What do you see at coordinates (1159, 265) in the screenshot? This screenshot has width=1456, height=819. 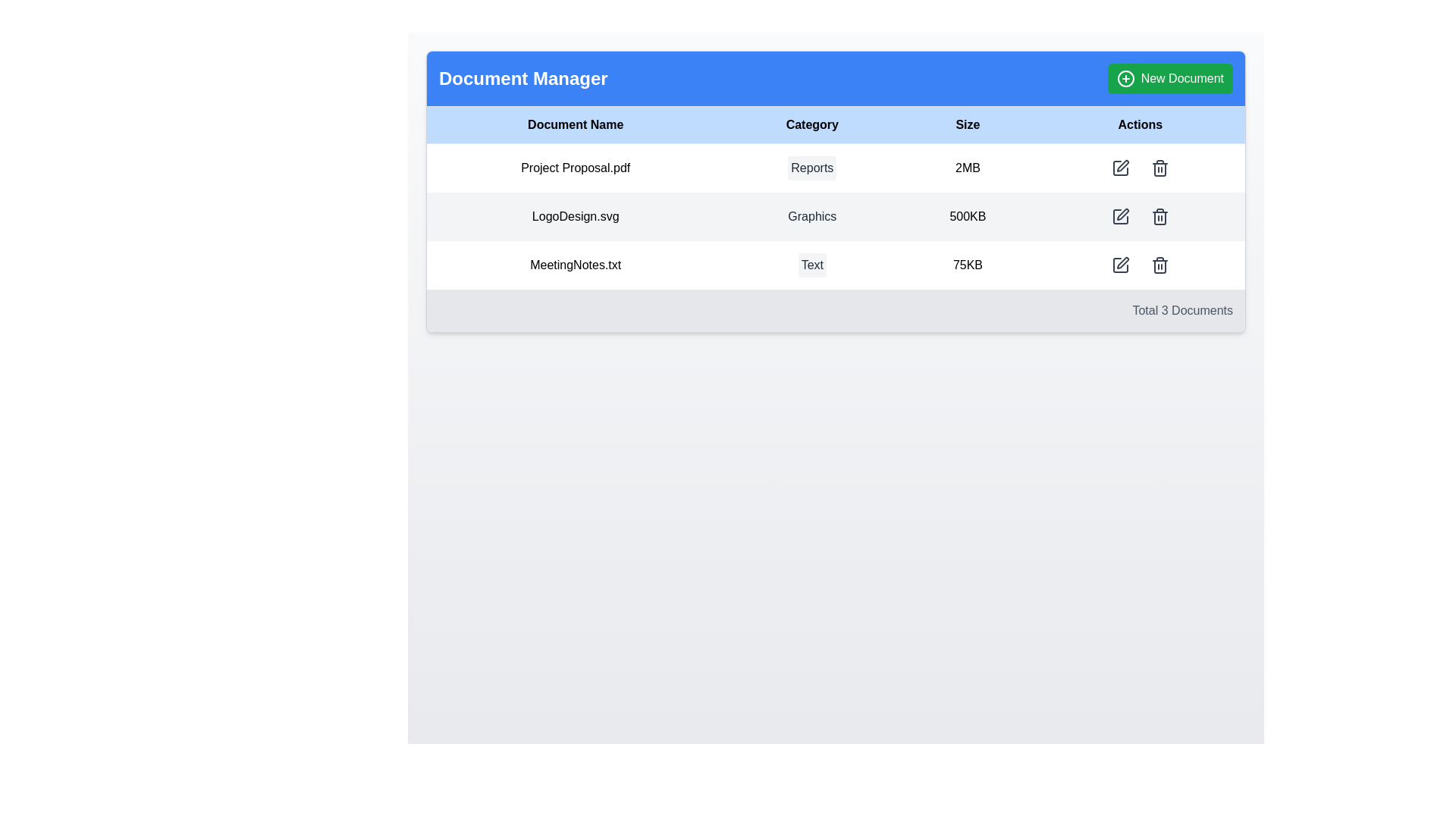 I see `the square button with a trashcan icon located in the bottom row of the document table under the 'Actions' column, which is the second button in the action buttons group` at bounding box center [1159, 265].